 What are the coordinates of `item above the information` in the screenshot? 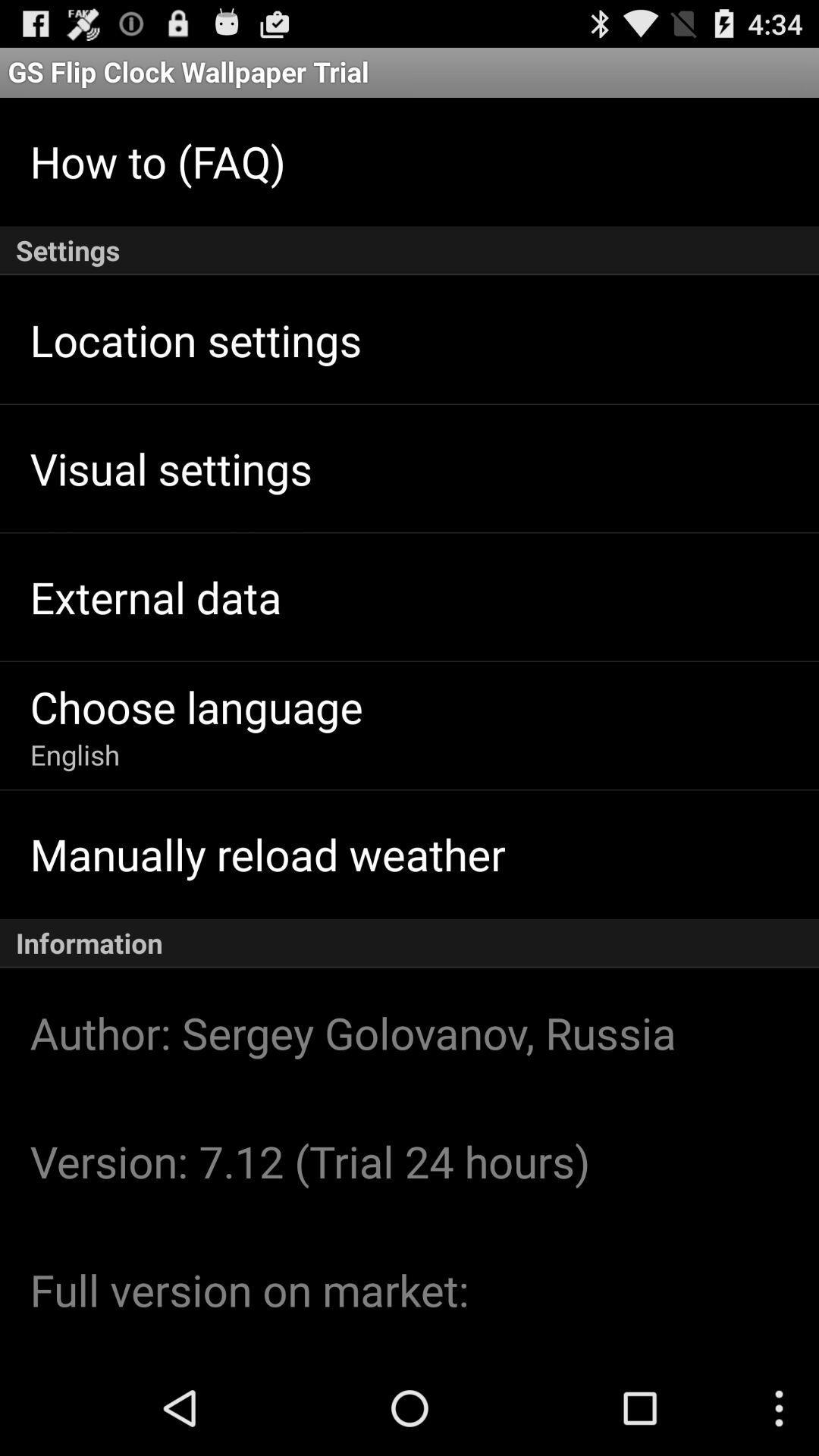 It's located at (267, 854).